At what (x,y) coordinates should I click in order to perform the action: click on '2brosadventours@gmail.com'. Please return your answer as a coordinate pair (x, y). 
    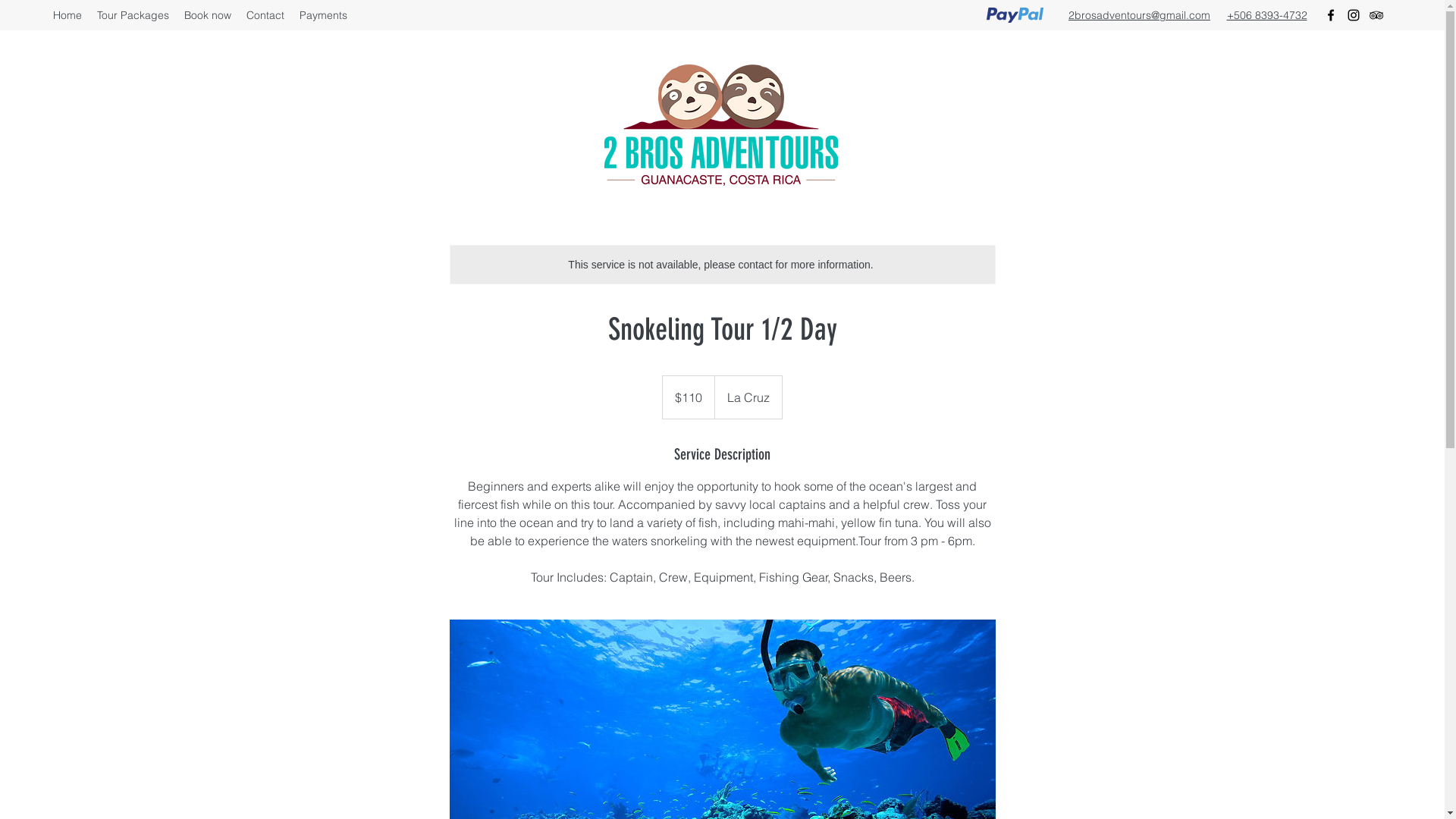
    Looking at the image, I should click on (1139, 14).